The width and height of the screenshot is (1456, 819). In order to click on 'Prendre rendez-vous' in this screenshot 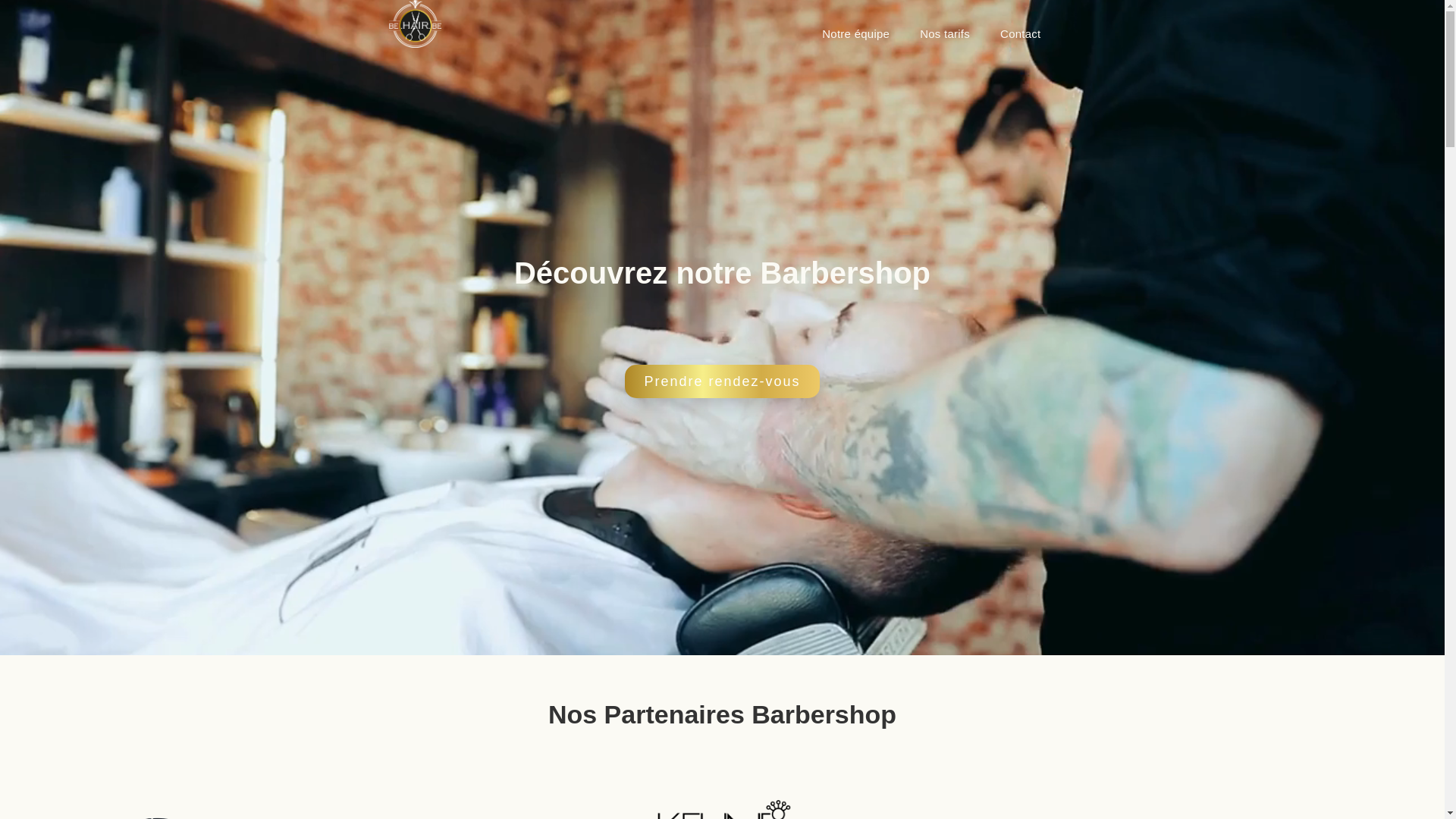, I will do `click(720, 380)`.